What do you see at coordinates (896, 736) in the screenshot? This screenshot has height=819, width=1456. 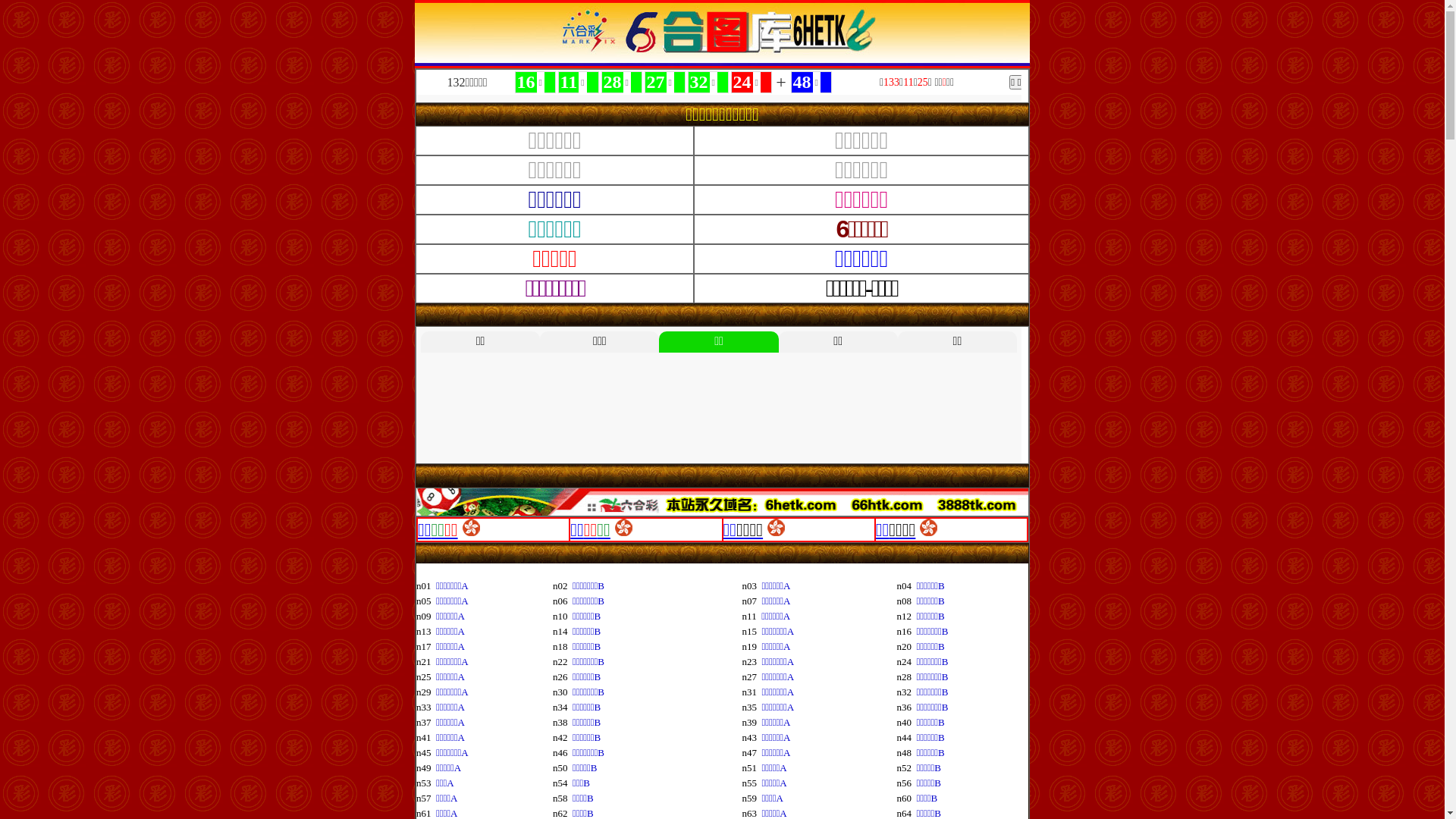 I see `'n44 '` at bounding box center [896, 736].